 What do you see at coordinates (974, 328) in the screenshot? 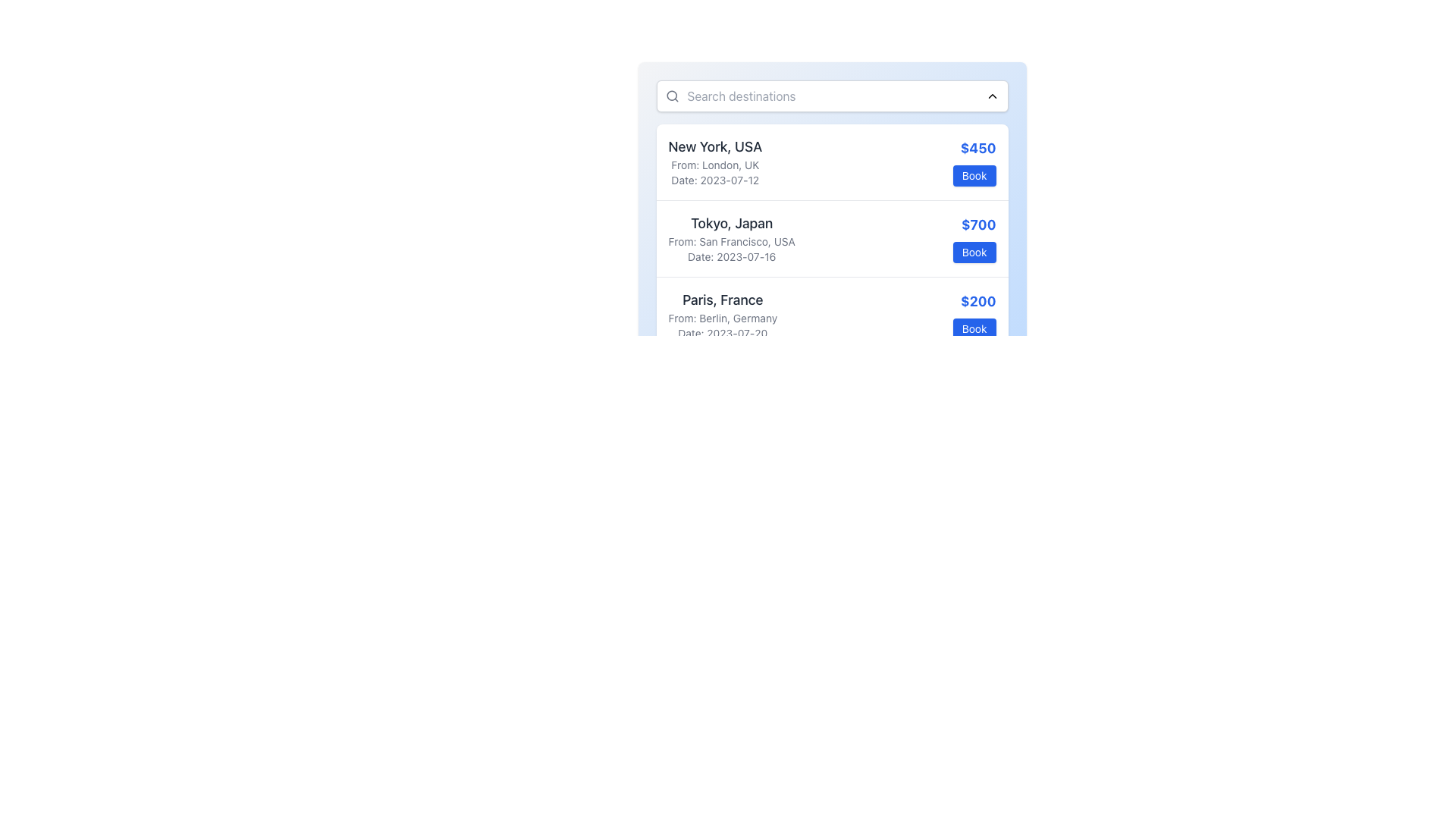
I see `the 'Book' button with blue background and white text located in the bottom-right corner of the Paris information section for keyboard interaction` at bounding box center [974, 328].